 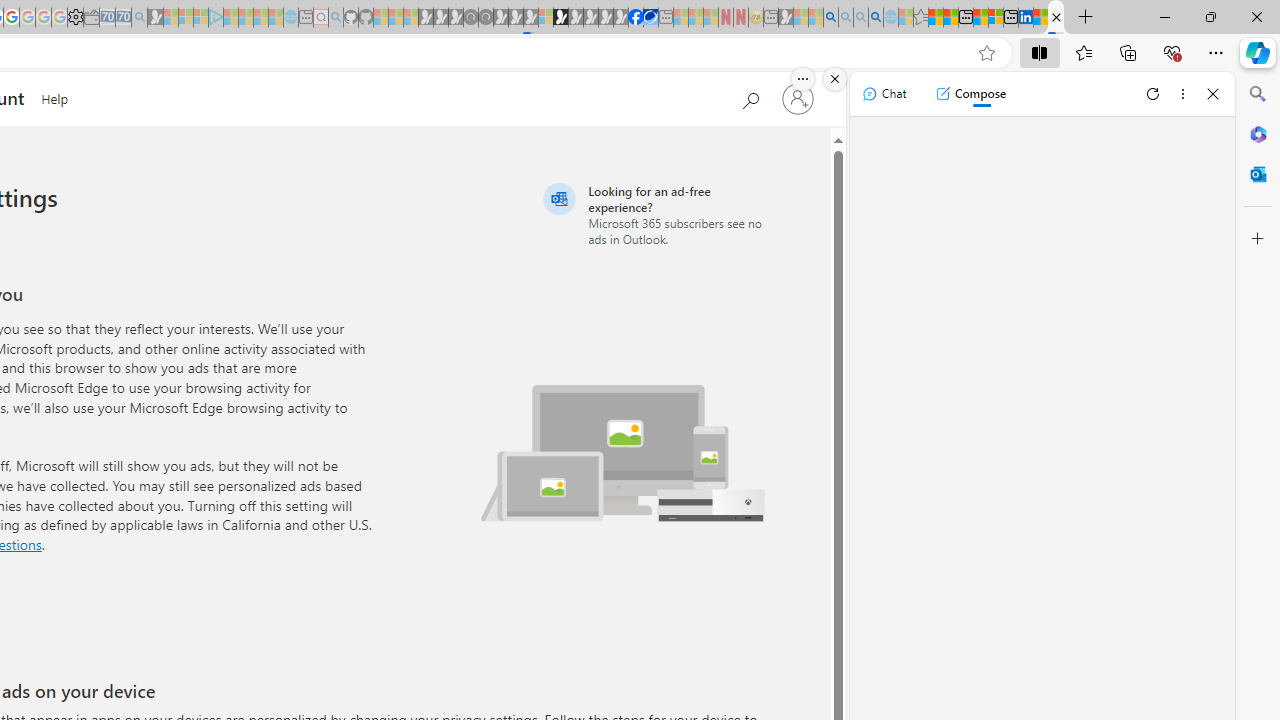 What do you see at coordinates (485, 17) in the screenshot?
I see `'Future Focus Report 2024 - Sleeping'` at bounding box center [485, 17].